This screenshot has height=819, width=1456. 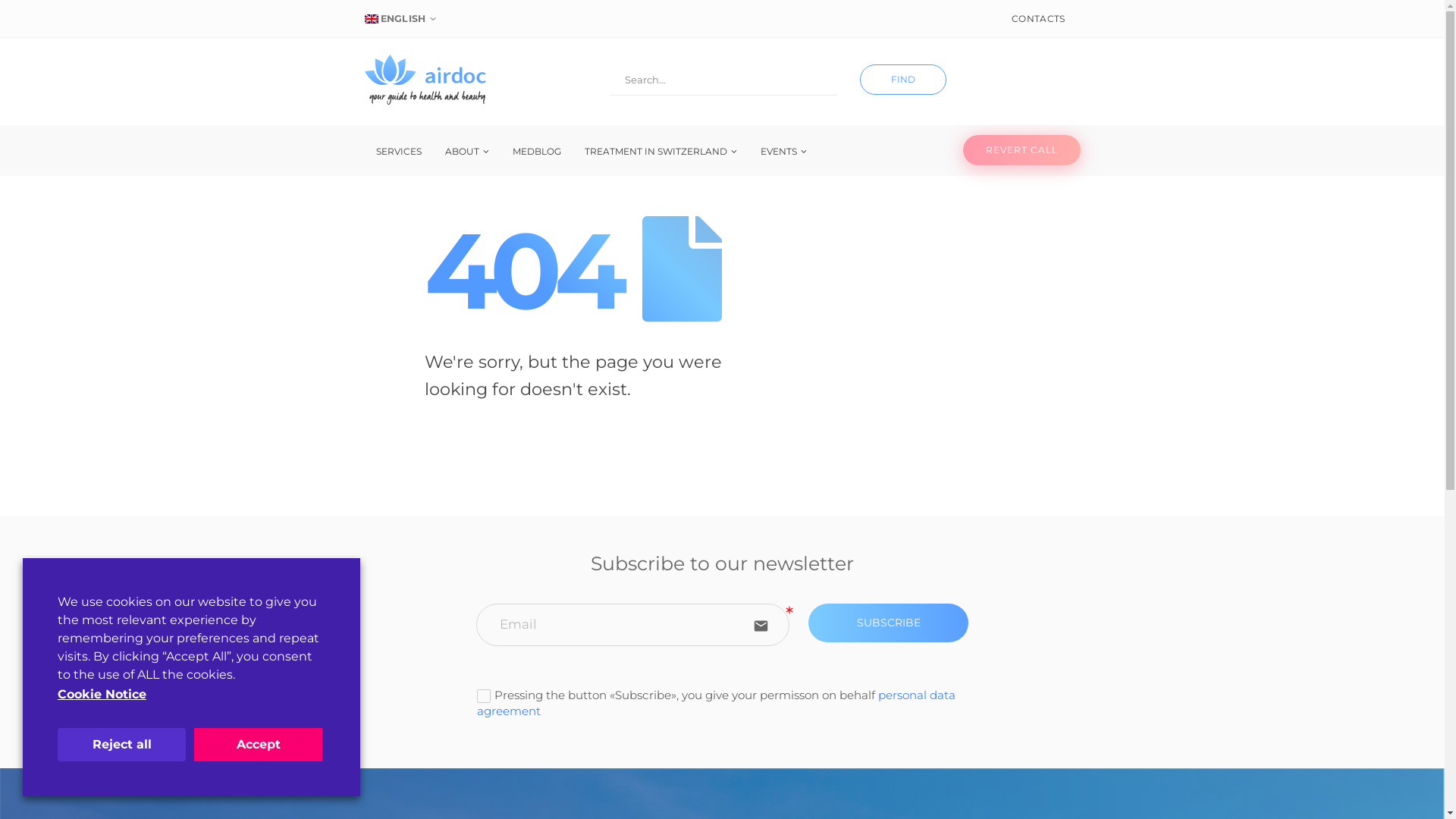 What do you see at coordinates (121, 744) in the screenshot?
I see `'Reject all'` at bounding box center [121, 744].